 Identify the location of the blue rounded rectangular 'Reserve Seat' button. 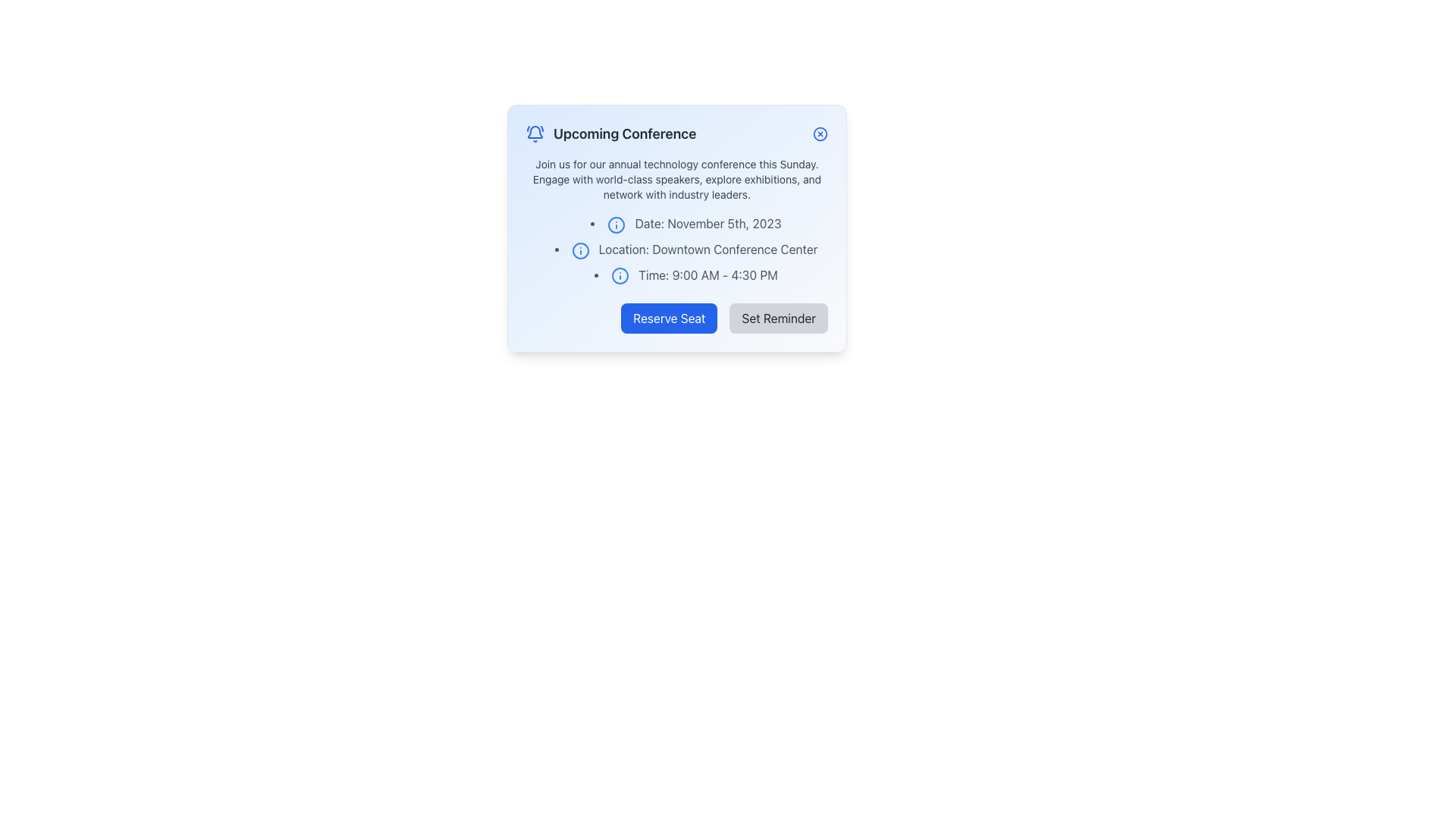
(676, 318).